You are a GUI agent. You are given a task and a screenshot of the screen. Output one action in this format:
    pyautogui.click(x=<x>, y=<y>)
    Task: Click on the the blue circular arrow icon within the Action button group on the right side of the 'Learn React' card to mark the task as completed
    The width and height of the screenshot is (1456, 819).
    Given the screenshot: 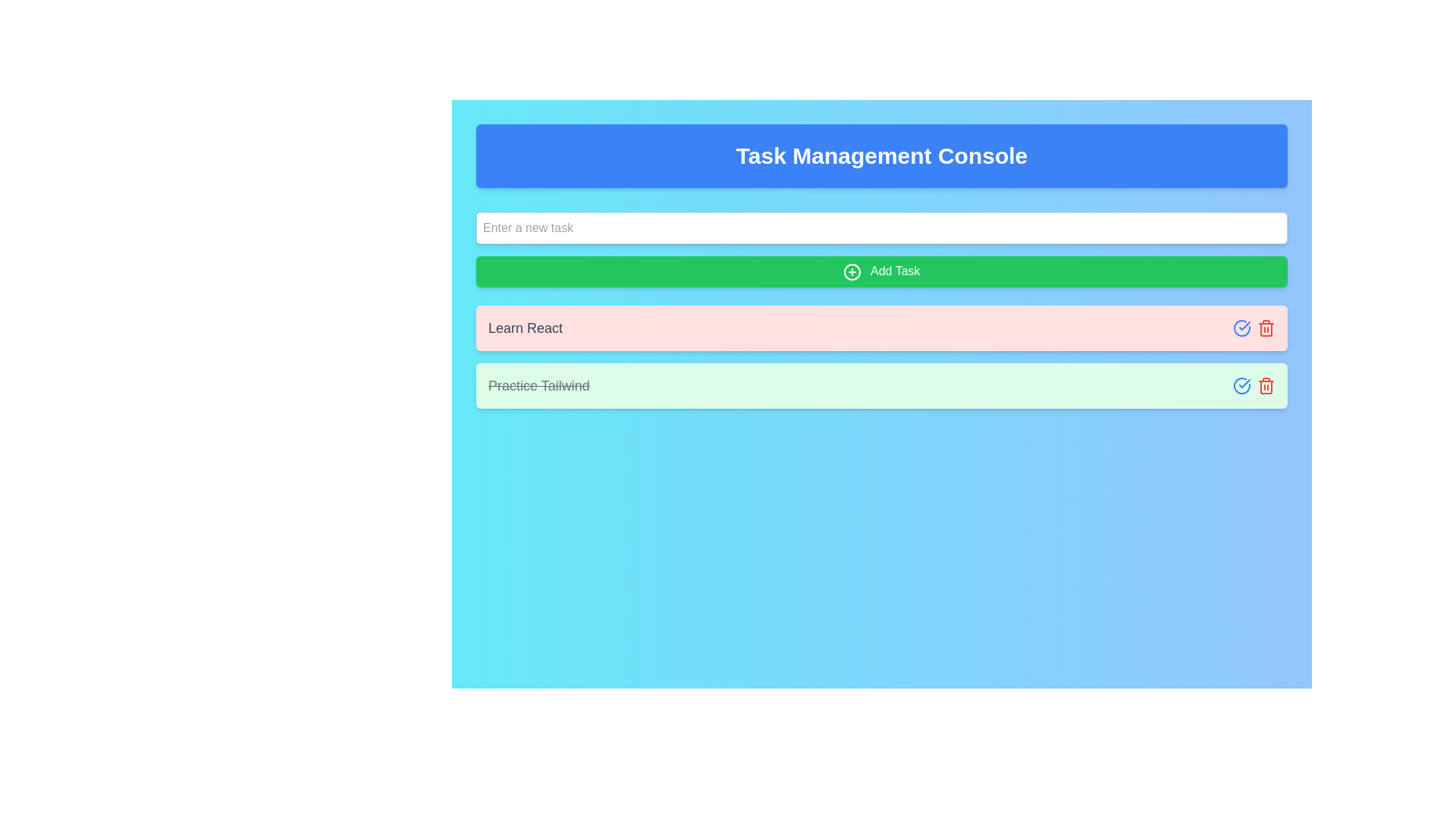 What is the action you would take?
    pyautogui.click(x=1254, y=327)
    